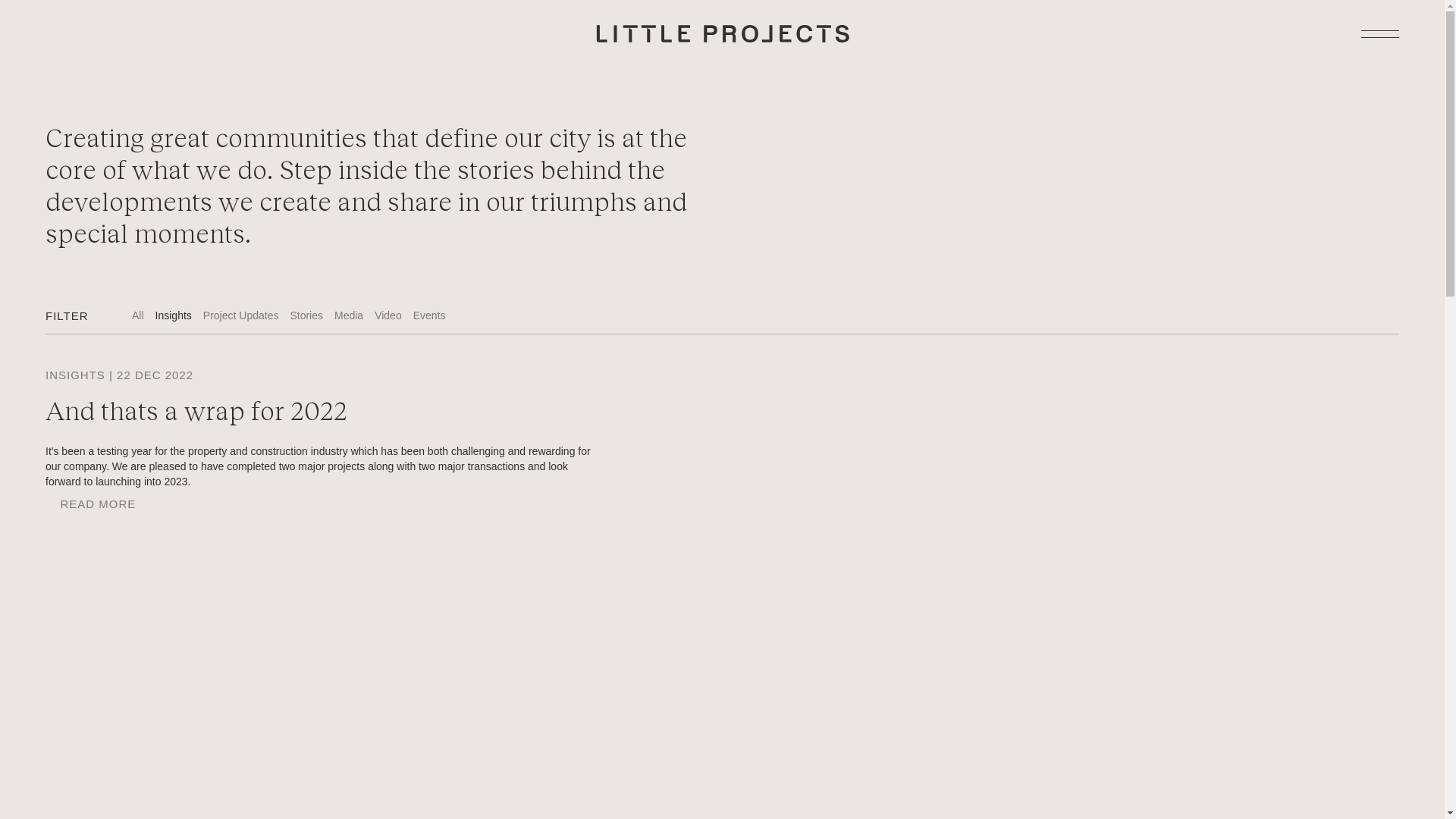 The image size is (1456, 819). I want to click on 'All', so click(138, 315).